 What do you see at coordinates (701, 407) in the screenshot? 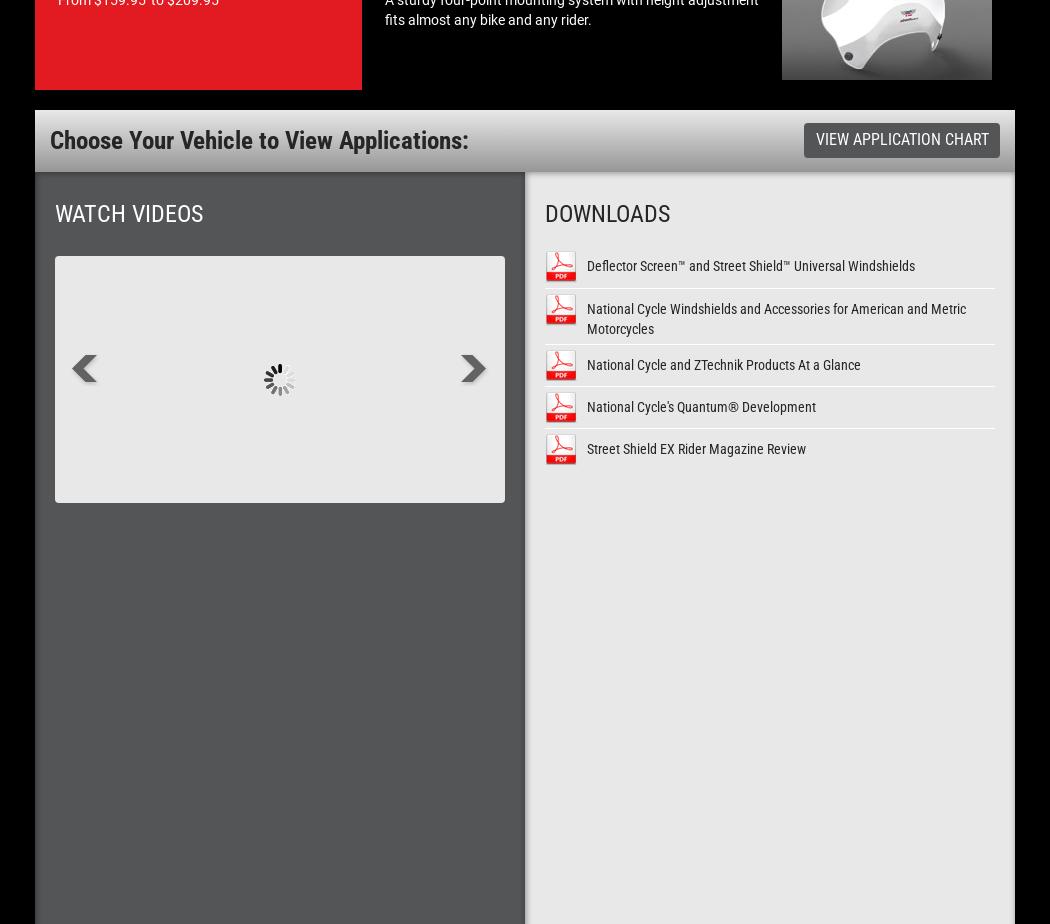
I see `'National Cycle's Quantum® Development'` at bounding box center [701, 407].